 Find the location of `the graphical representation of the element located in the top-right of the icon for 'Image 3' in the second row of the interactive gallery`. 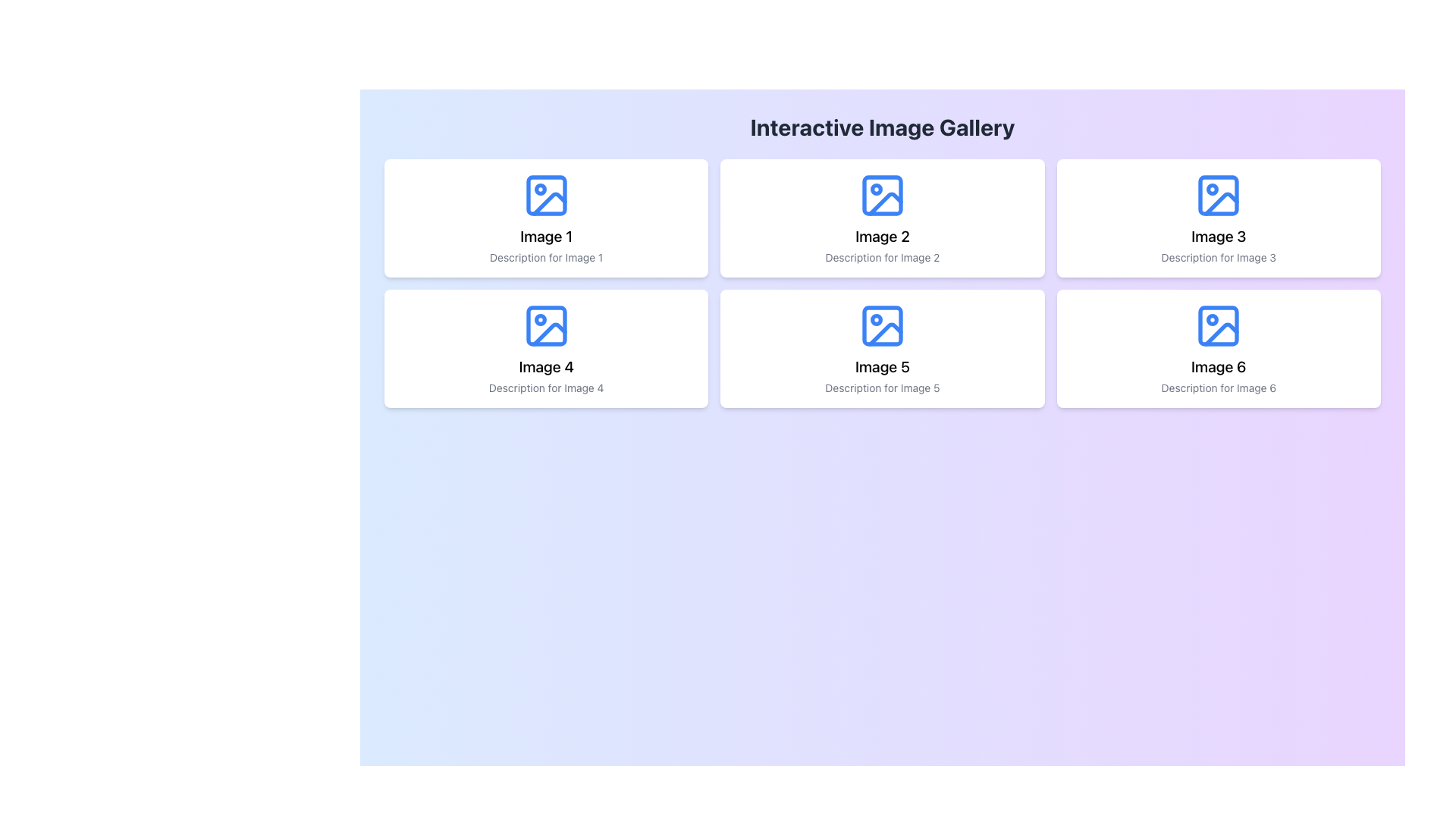

the graphical representation of the element located in the top-right of the icon for 'Image 3' in the second row of the interactive gallery is located at coordinates (1219, 195).